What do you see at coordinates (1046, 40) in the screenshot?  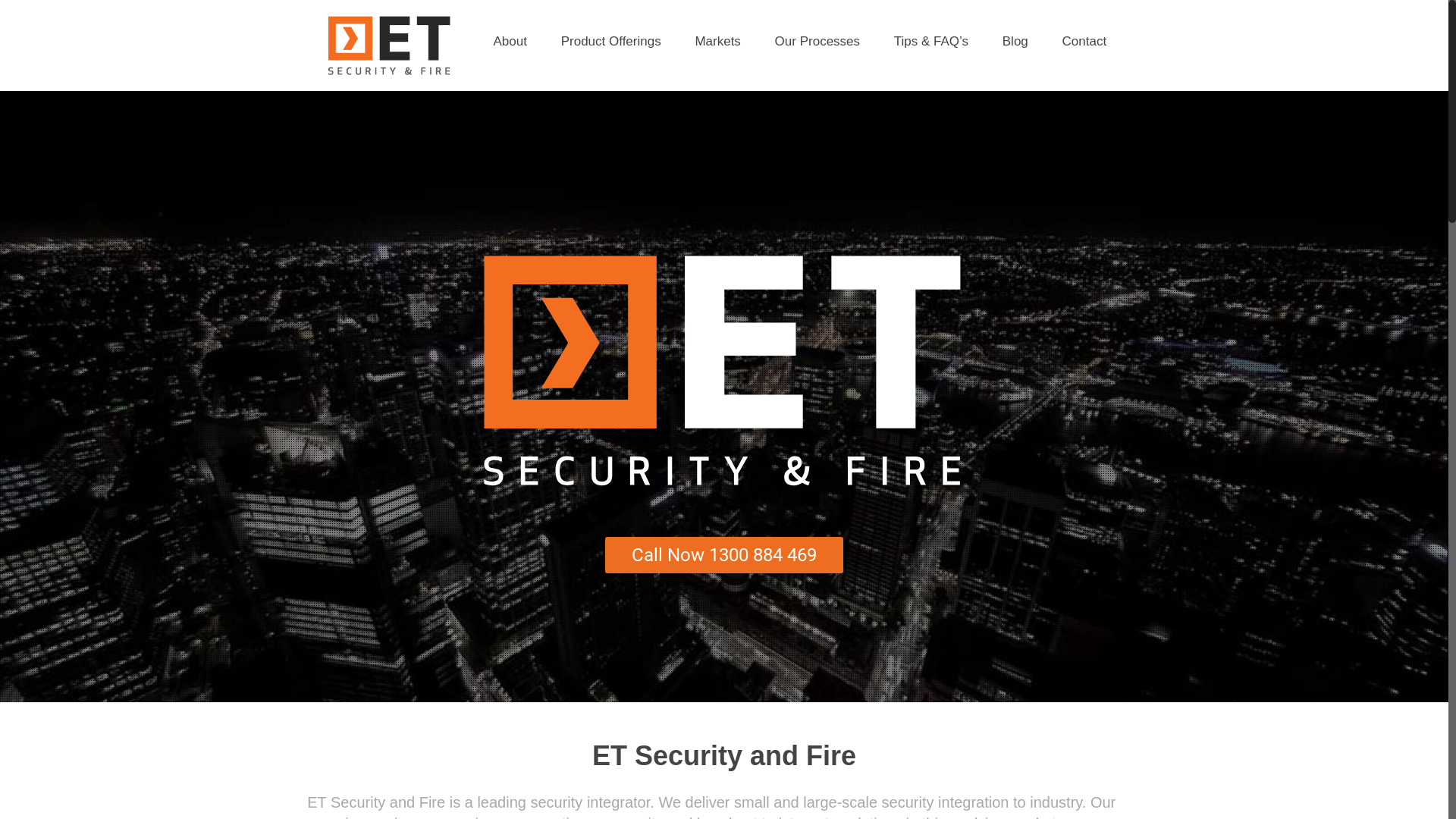 I see `'Contact'` at bounding box center [1046, 40].